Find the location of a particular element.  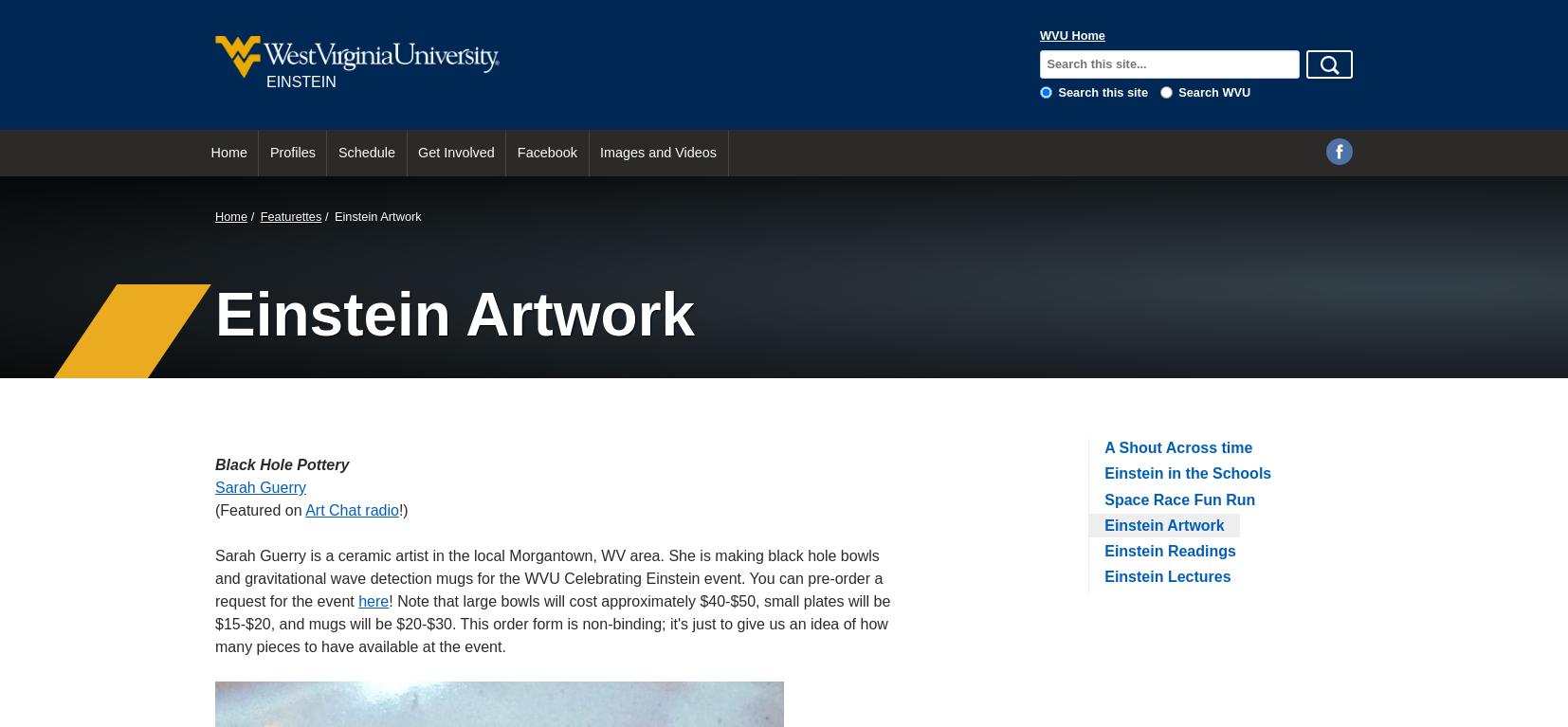

'! Note that large bowls 
will cost approximately $40-$50, small plates will be $15-$20, and mugs 
will be $20-$30. This order form is non-binding; it's just to give us an
 idea of how many pieces to have available at the event.' is located at coordinates (213, 623).